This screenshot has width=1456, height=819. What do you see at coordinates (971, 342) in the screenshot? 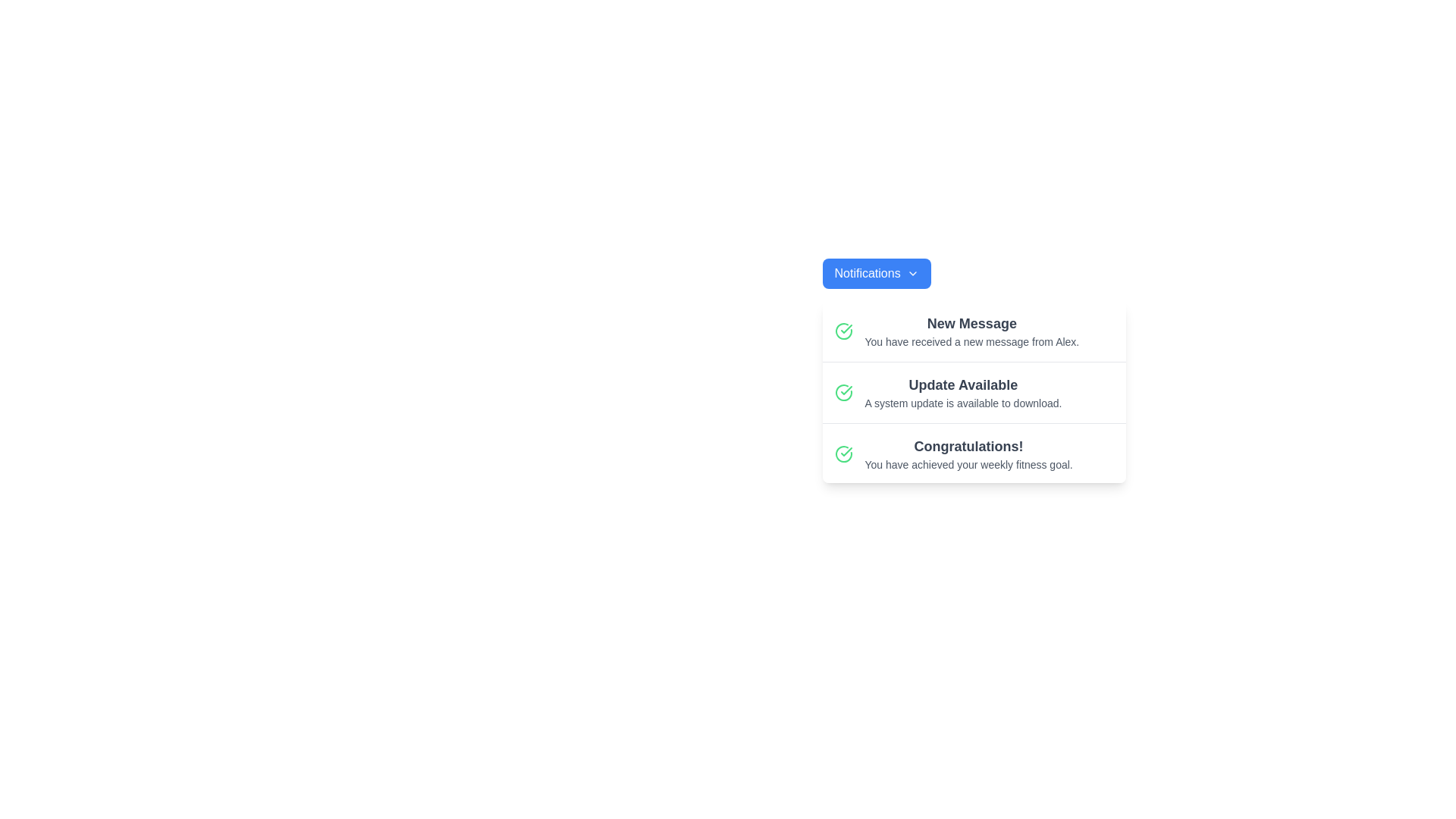
I see `text message that says 'You have received a new message from Alex.' which is styled in gray color and located underneath the title 'New Message' in a notification card` at bounding box center [971, 342].